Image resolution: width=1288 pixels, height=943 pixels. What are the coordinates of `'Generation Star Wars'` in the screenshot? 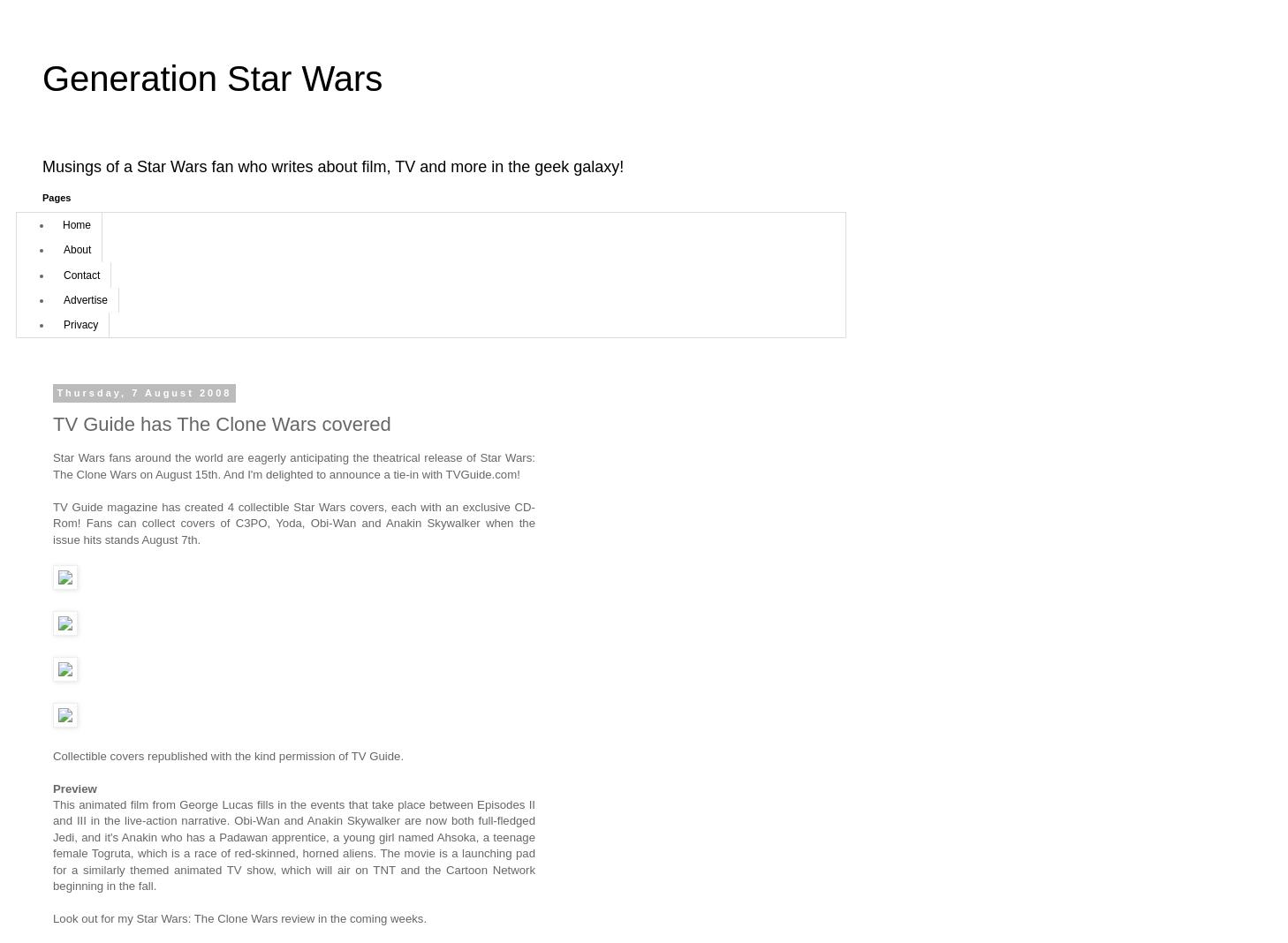 It's located at (211, 77).